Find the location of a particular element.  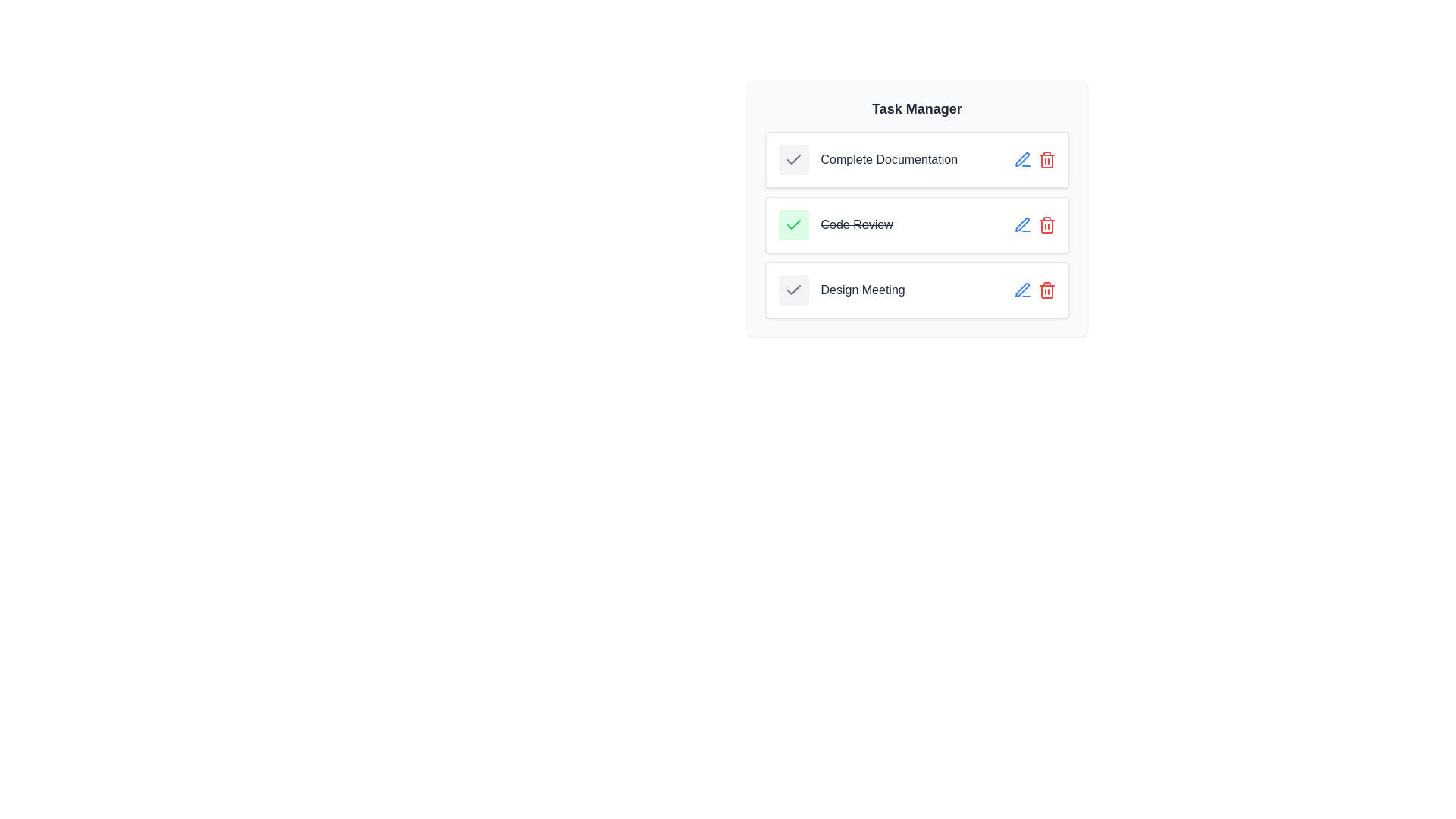

the label with the text 'Complete Documentation' and a checkmark icon, representing a completed task item is located at coordinates (868, 160).